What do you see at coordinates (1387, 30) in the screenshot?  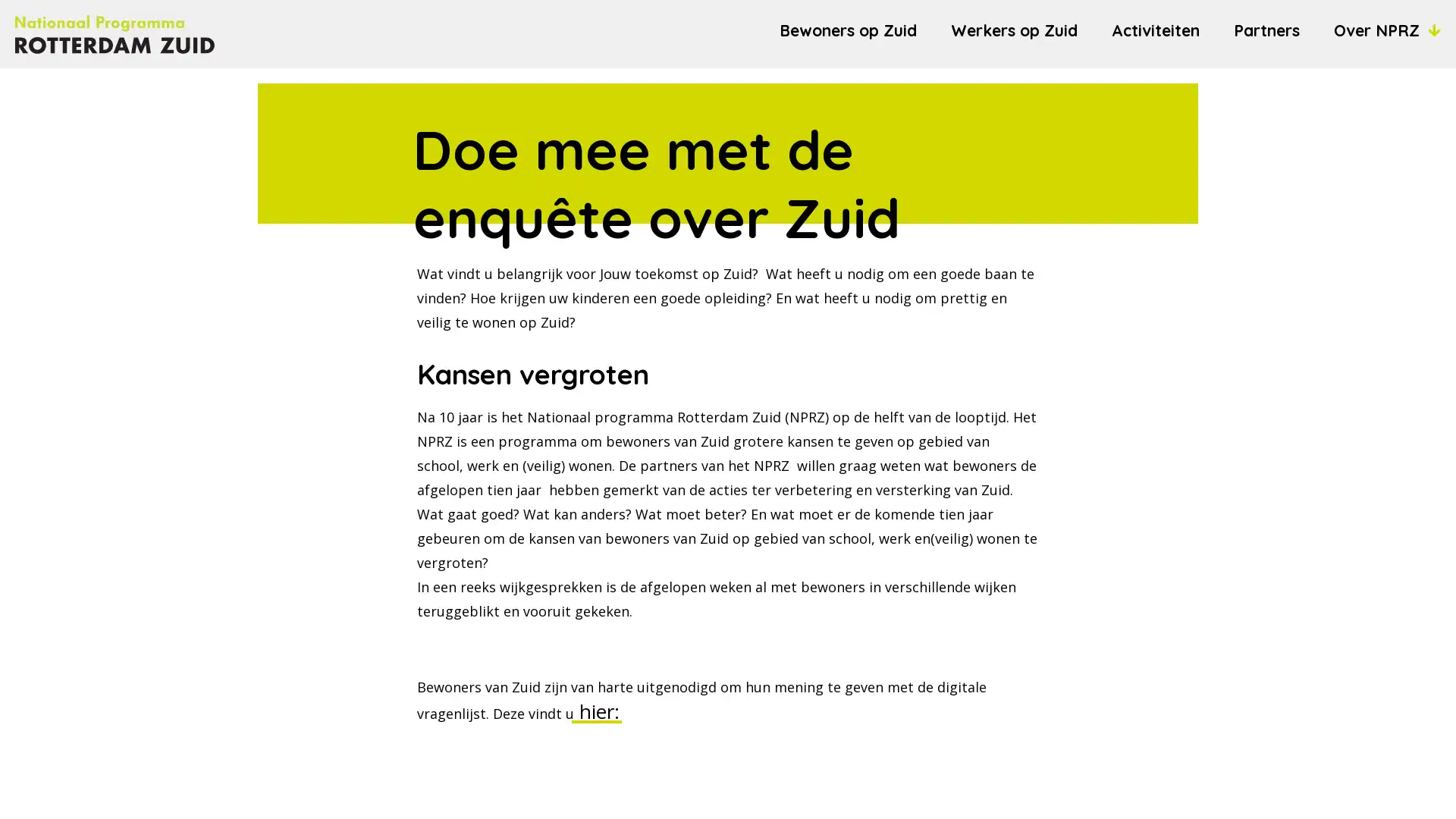 I see `Over NPRZ` at bounding box center [1387, 30].